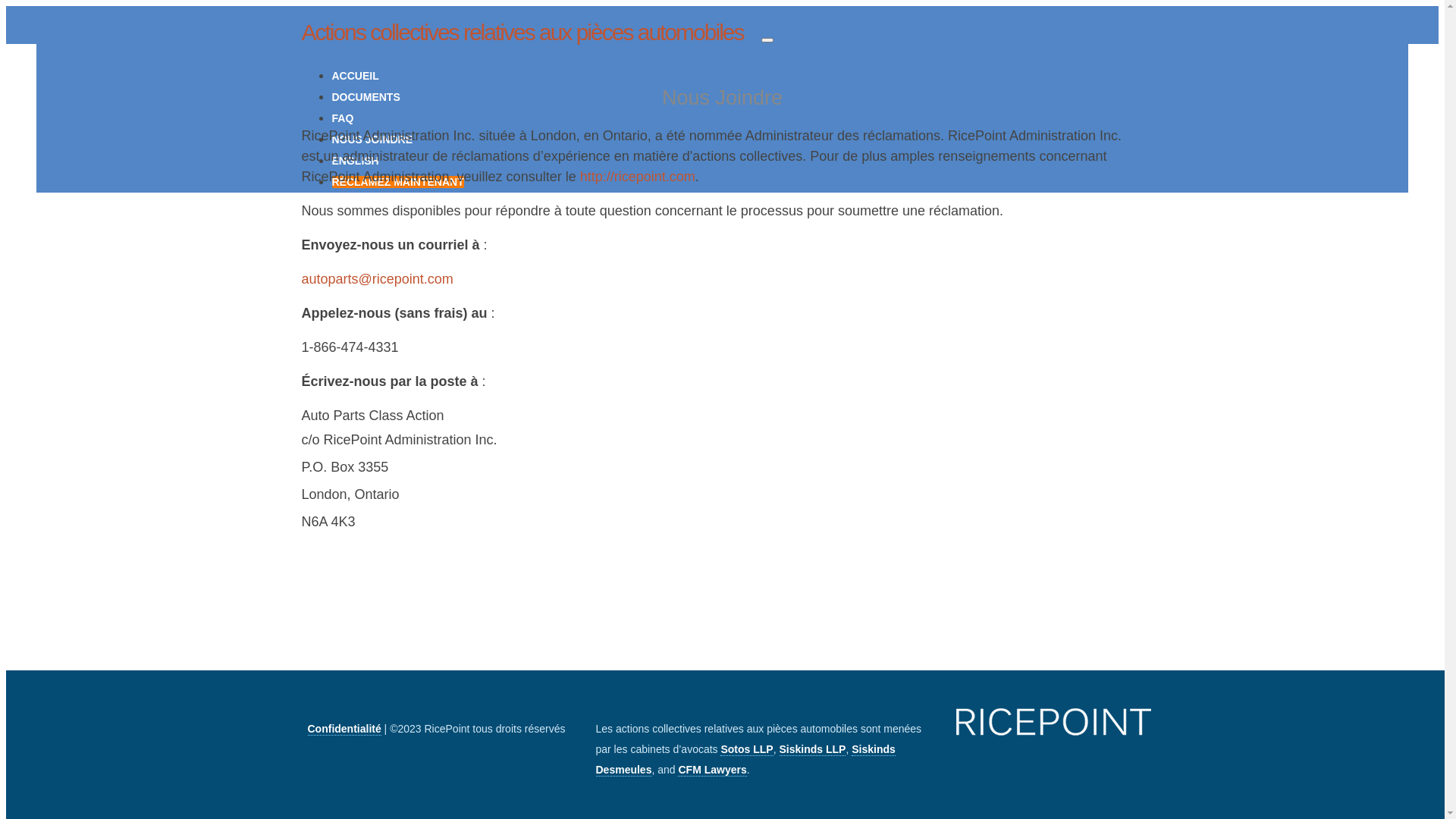  What do you see at coordinates (366, 96) in the screenshot?
I see `'DOCUMENTS'` at bounding box center [366, 96].